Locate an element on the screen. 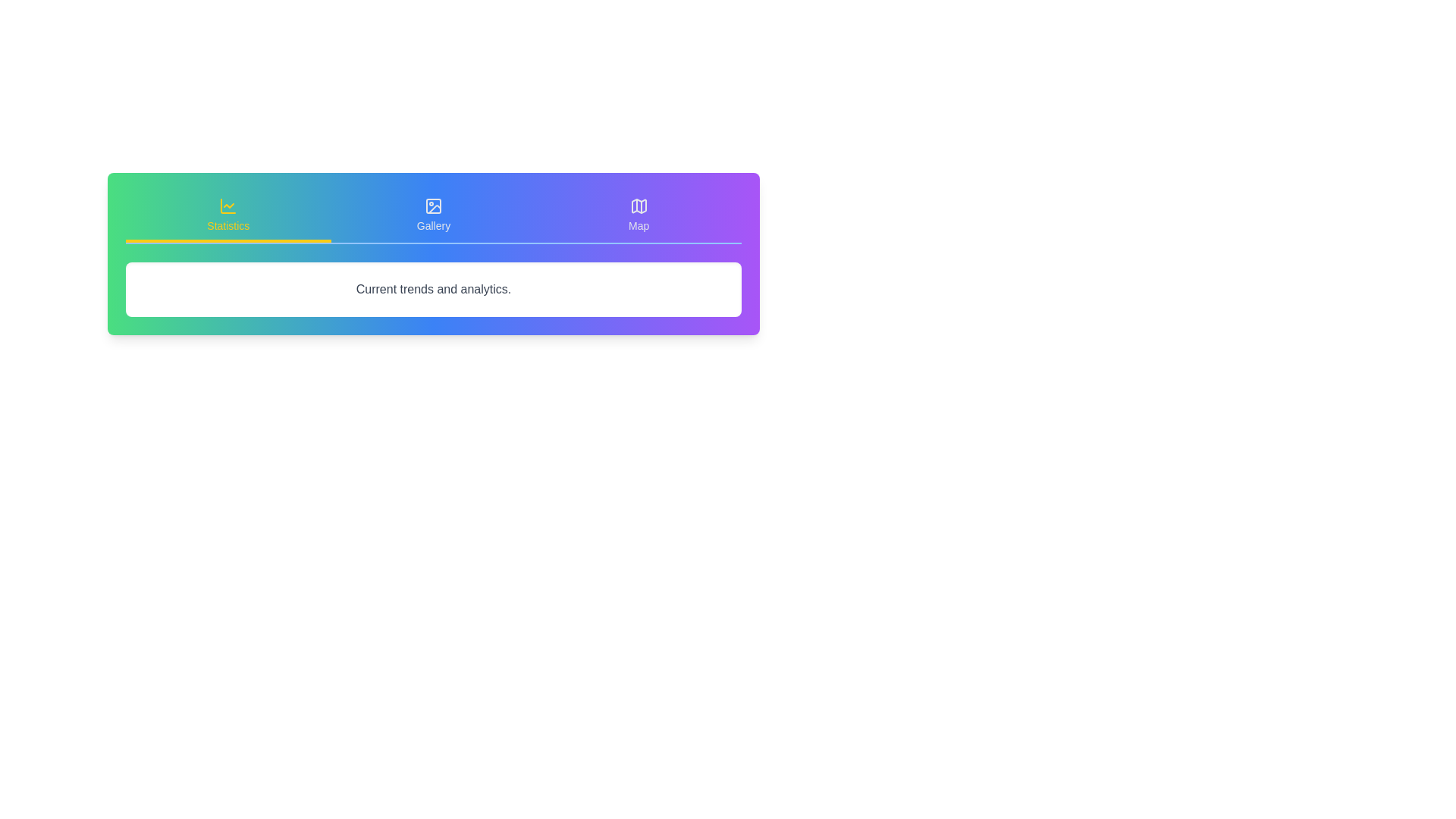 The image size is (1456, 819). the icon of the Gallery tab to interact with it is located at coordinates (432, 206).